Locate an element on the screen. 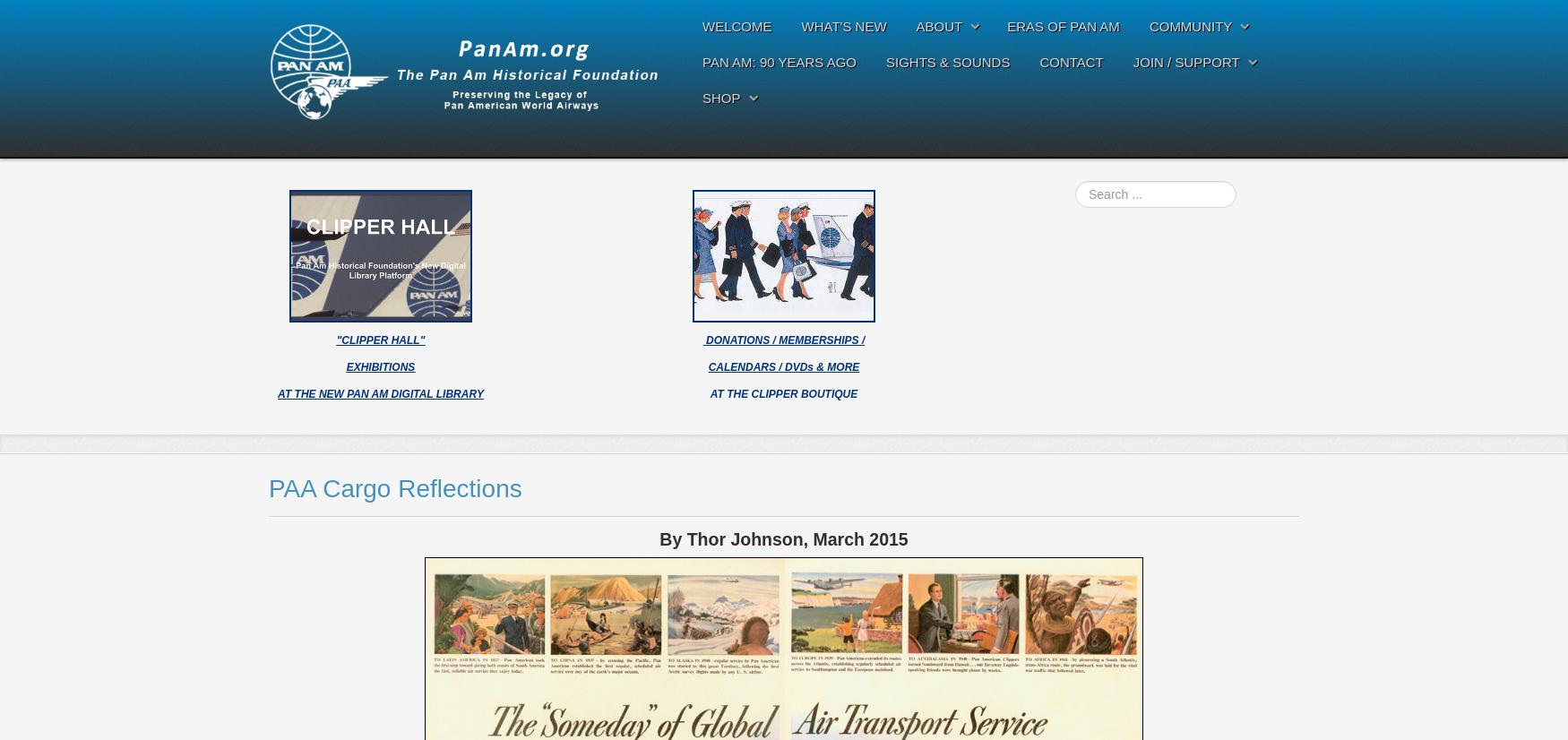  'SHOP' is located at coordinates (702, 97).